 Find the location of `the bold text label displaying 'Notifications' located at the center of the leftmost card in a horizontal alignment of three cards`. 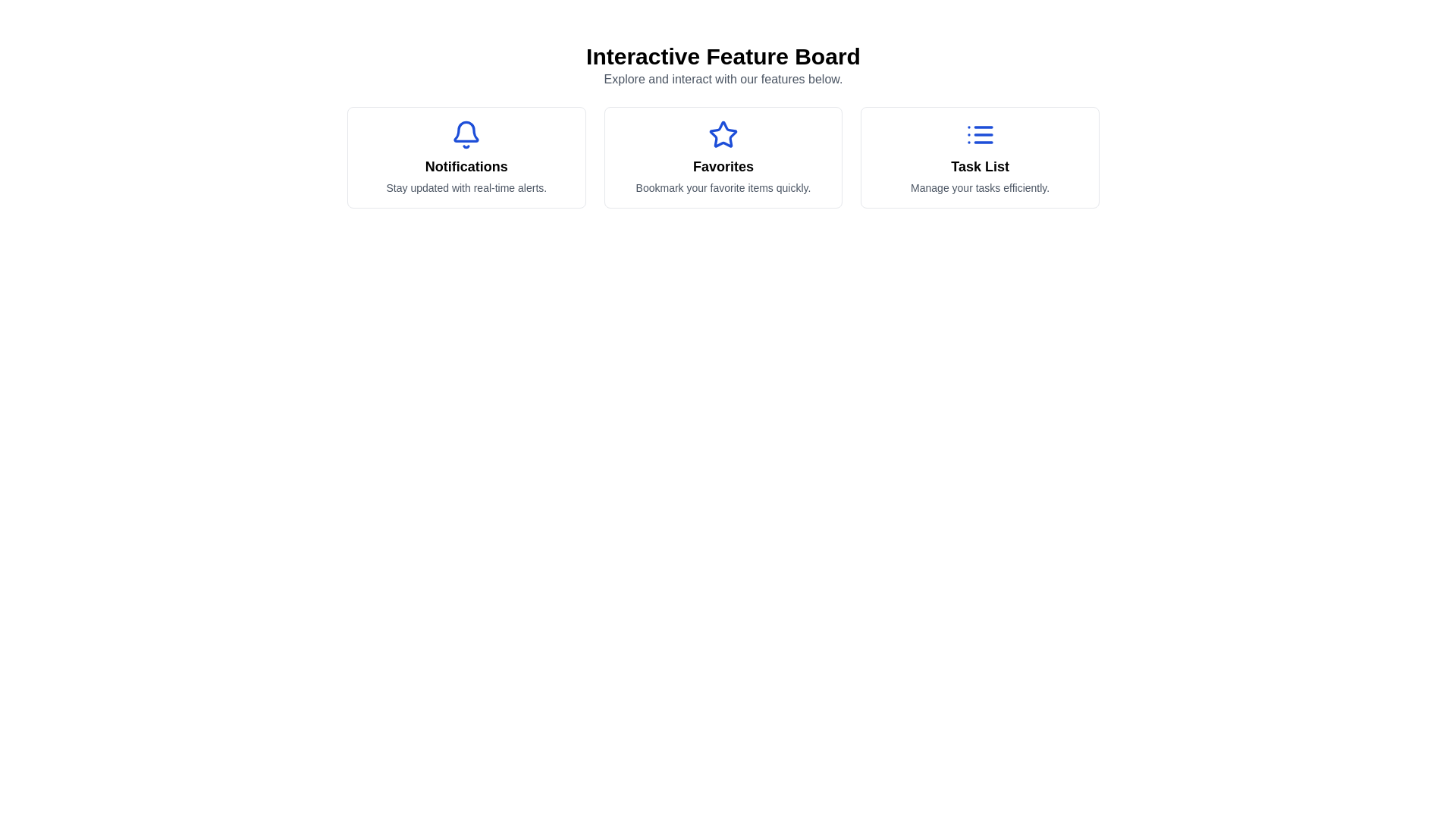

the bold text label displaying 'Notifications' located at the center of the leftmost card in a horizontal alignment of three cards is located at coordinates (466, 166).